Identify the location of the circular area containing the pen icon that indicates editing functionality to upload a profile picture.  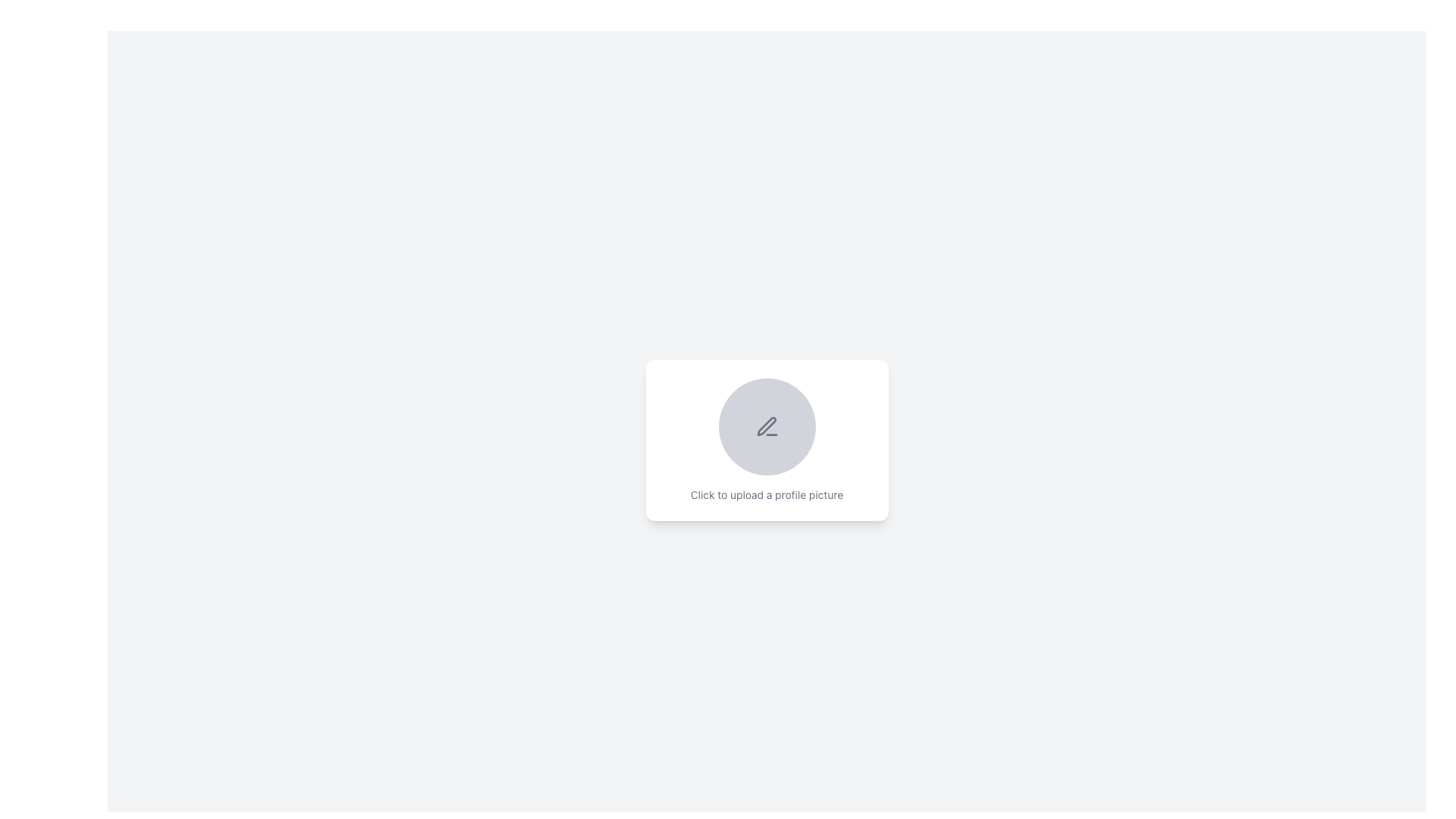
(767, 427).